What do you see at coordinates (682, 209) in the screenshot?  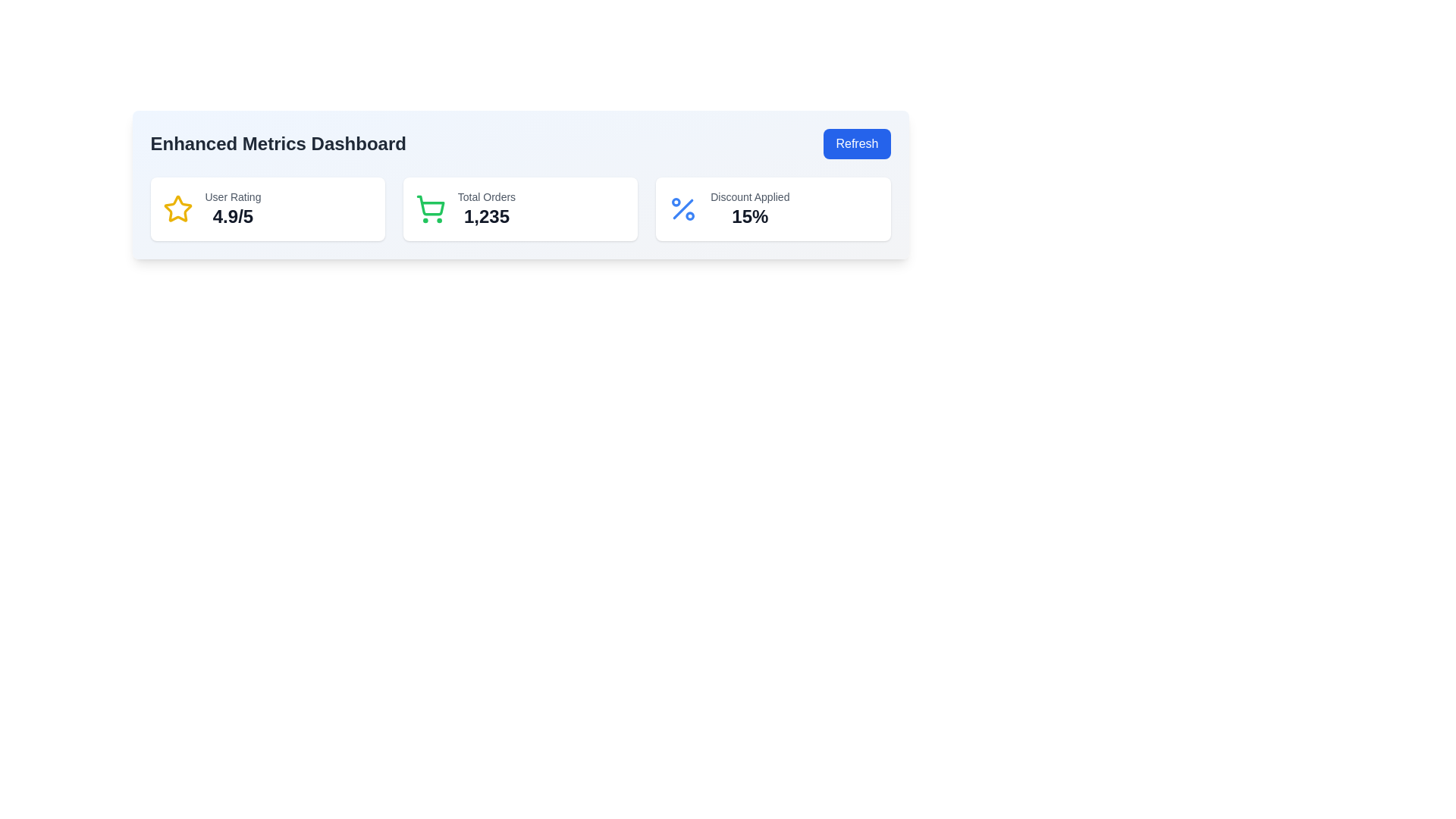 I see `the vibrant blue diagonal line component of the percentage icon located in the 'Discount Applied' section, situated to the right of the 'Total Orders' section` at bounding box center [682, 209].